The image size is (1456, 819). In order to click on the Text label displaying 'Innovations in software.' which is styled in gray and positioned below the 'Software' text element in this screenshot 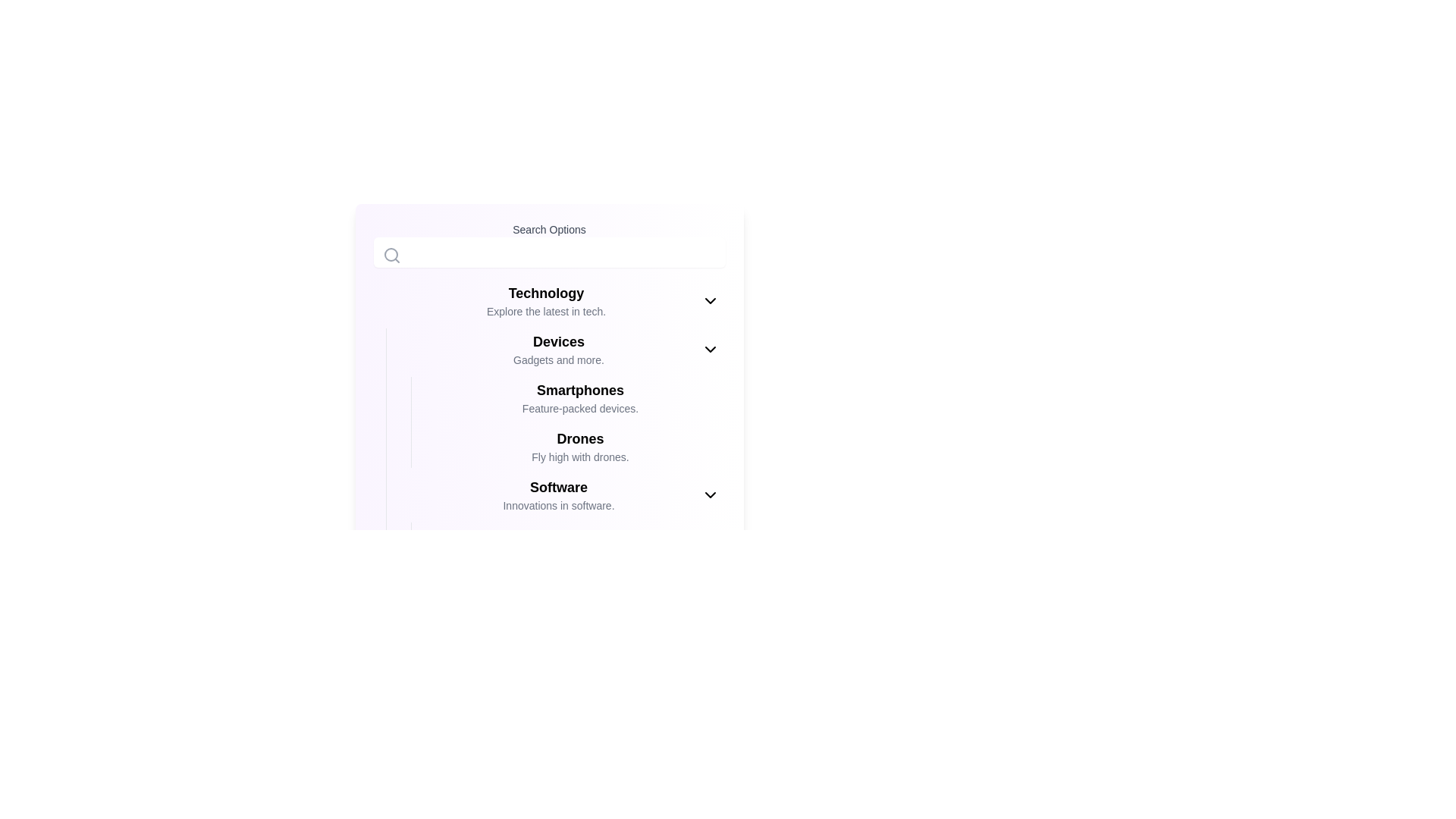, I will do `click(558, 506)`.